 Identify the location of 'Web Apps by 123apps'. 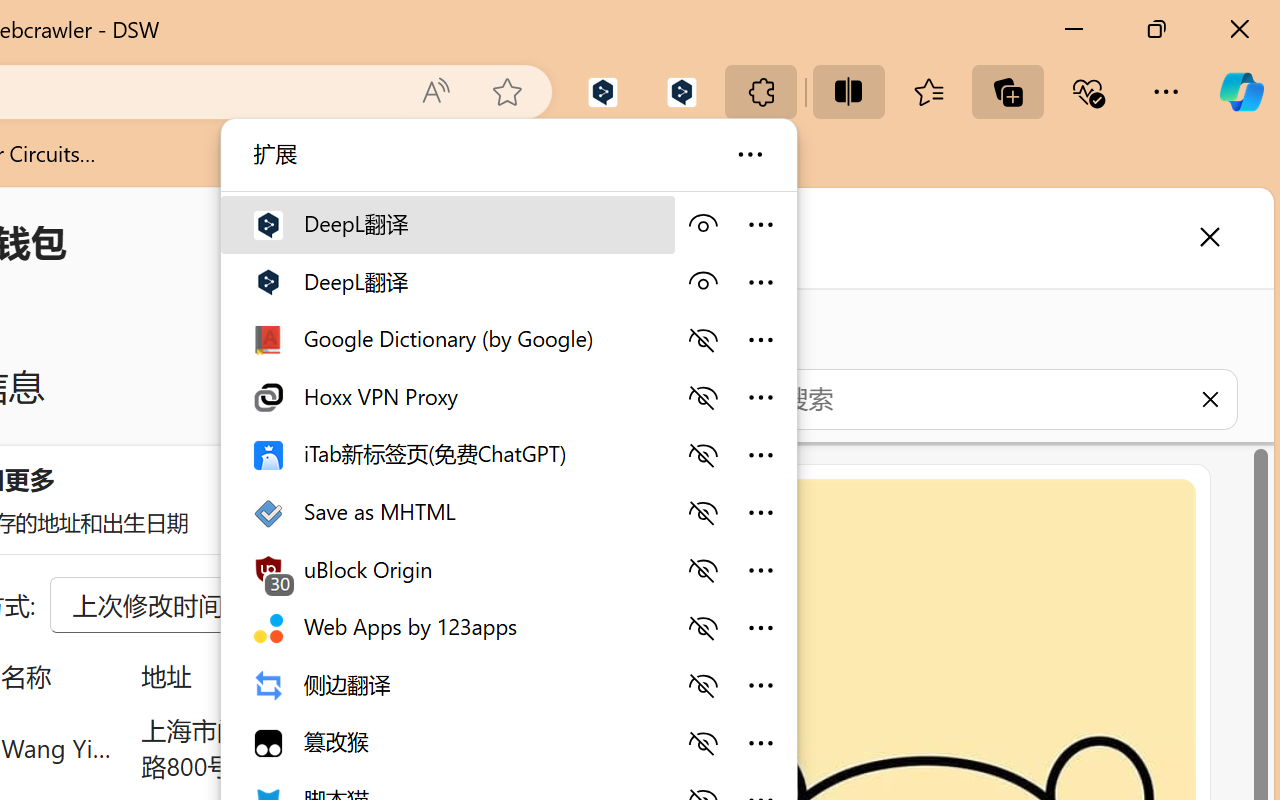
(445, 626).